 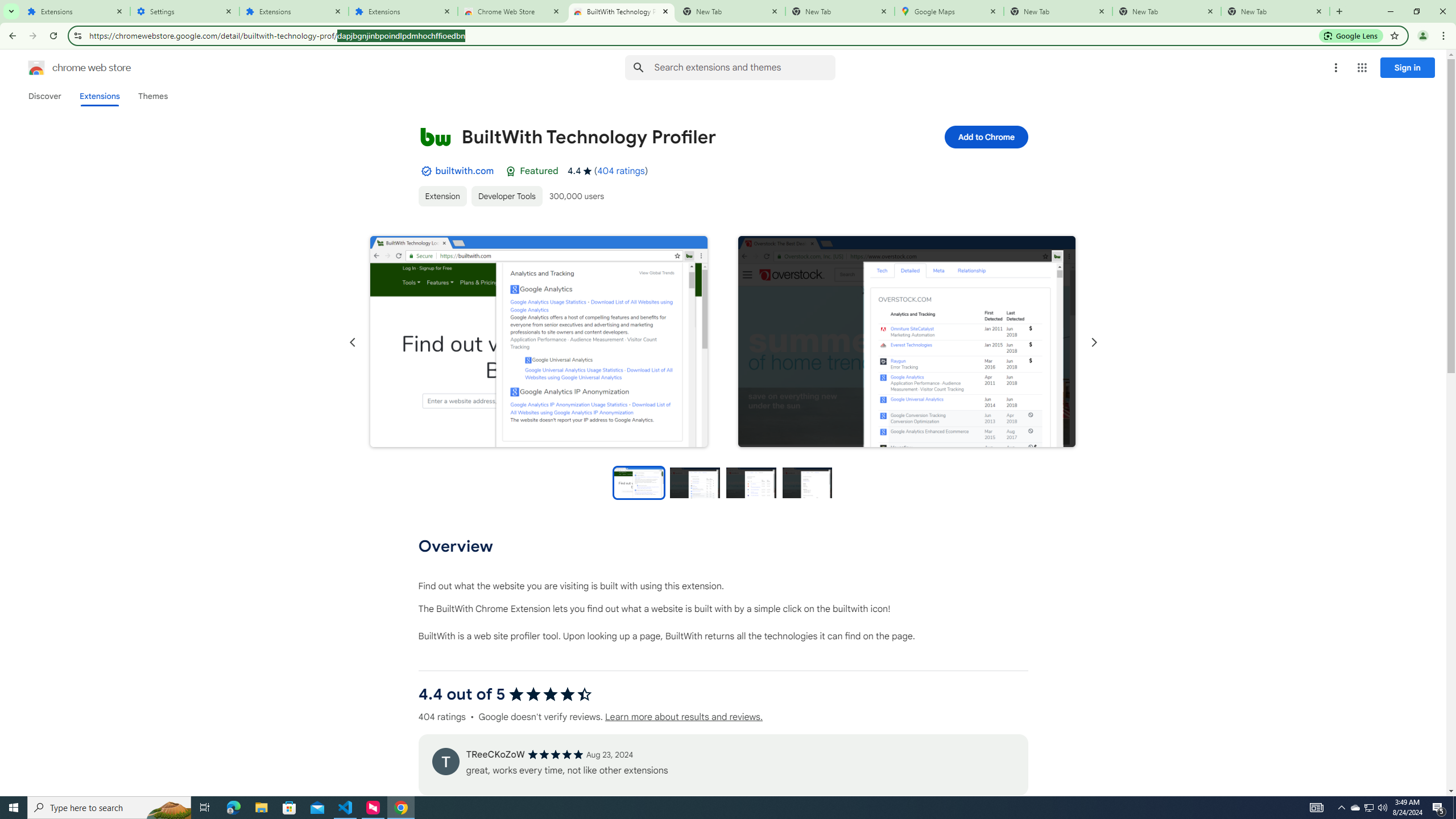 What do you see at coordinates (538, 342) in the screenshot?
I see `'Item media 1 screenshot'` at bounding box center [538, 342].